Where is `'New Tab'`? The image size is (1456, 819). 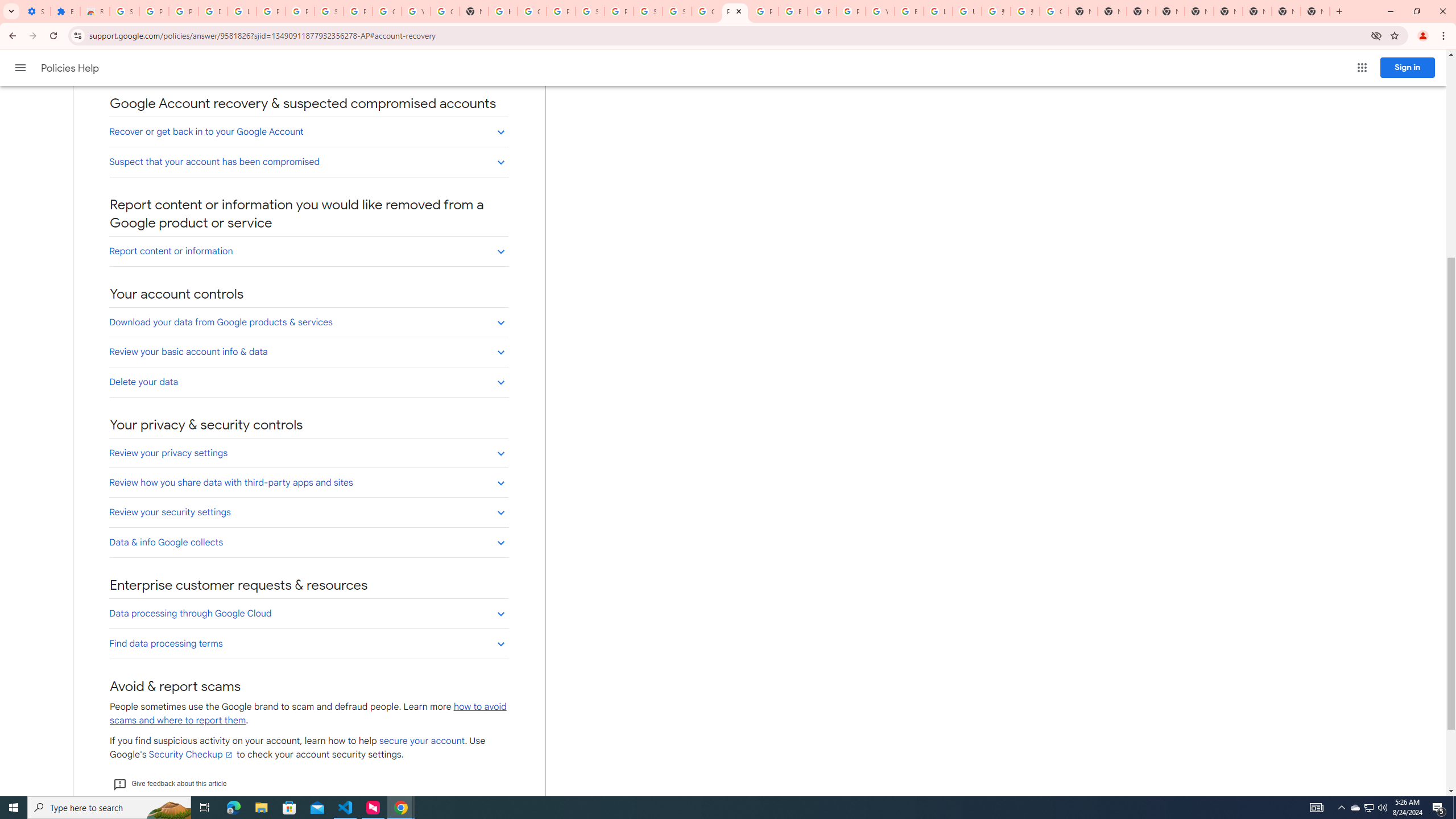
'New Tab' is located at coordinates (1256, 11).